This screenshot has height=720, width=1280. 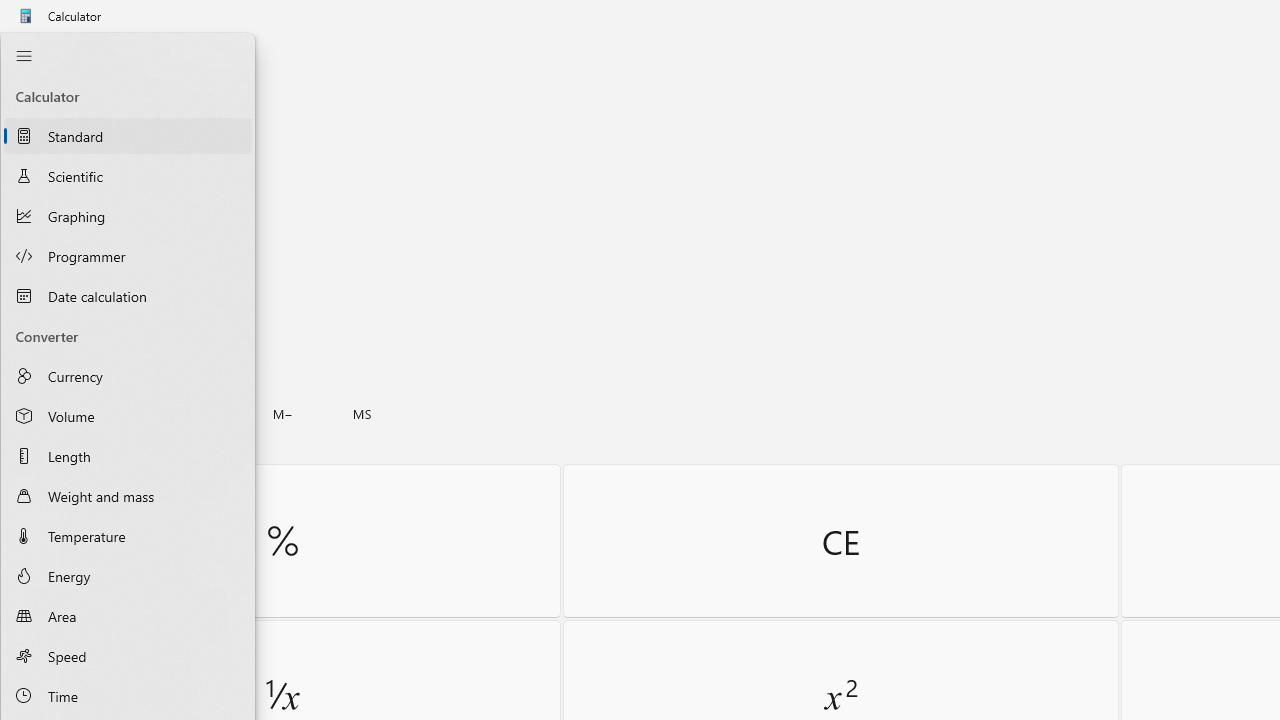 I want to click on 'Clear entry', so click(x=840, y=540).